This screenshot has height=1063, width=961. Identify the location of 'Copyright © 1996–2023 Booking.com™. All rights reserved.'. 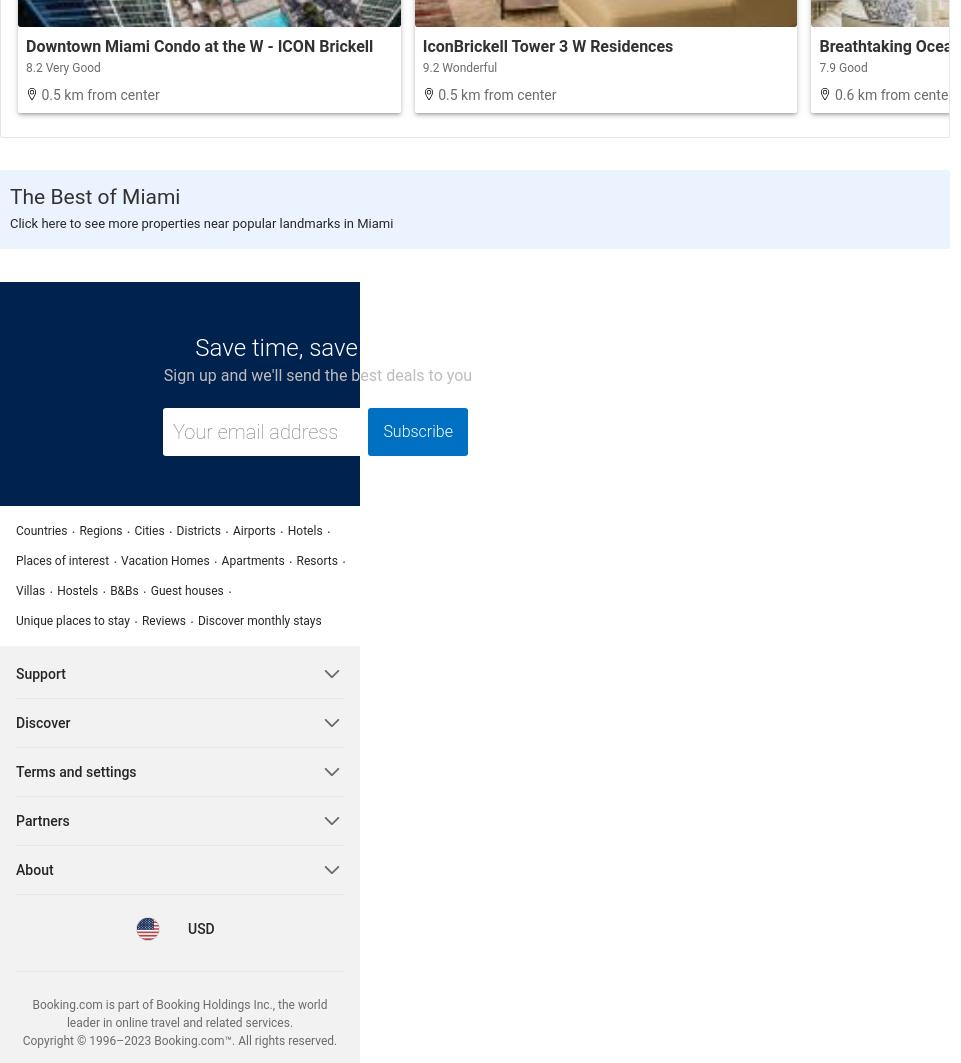
(179, 1039).